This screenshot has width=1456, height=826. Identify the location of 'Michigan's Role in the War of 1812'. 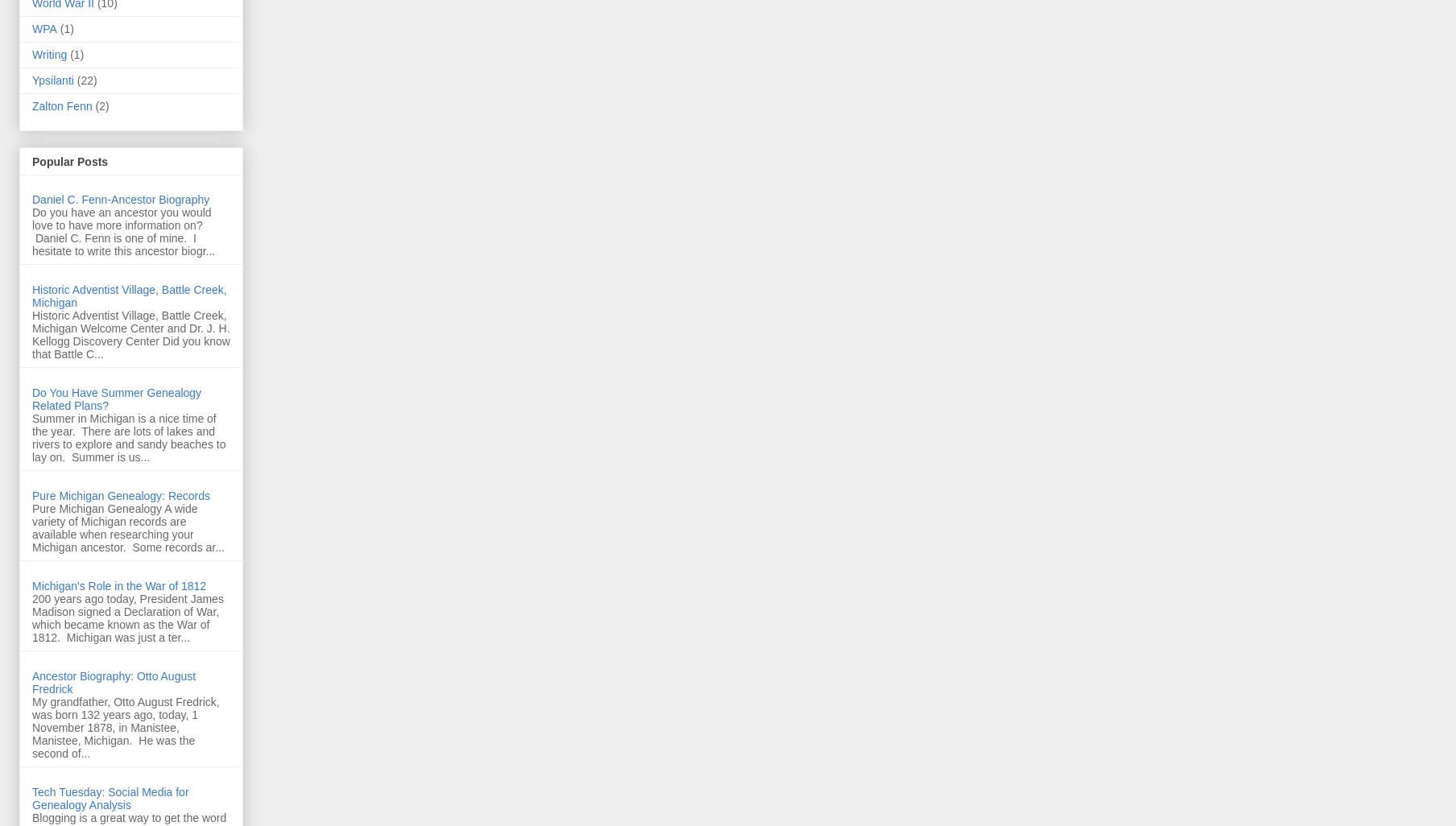
(118, 585).